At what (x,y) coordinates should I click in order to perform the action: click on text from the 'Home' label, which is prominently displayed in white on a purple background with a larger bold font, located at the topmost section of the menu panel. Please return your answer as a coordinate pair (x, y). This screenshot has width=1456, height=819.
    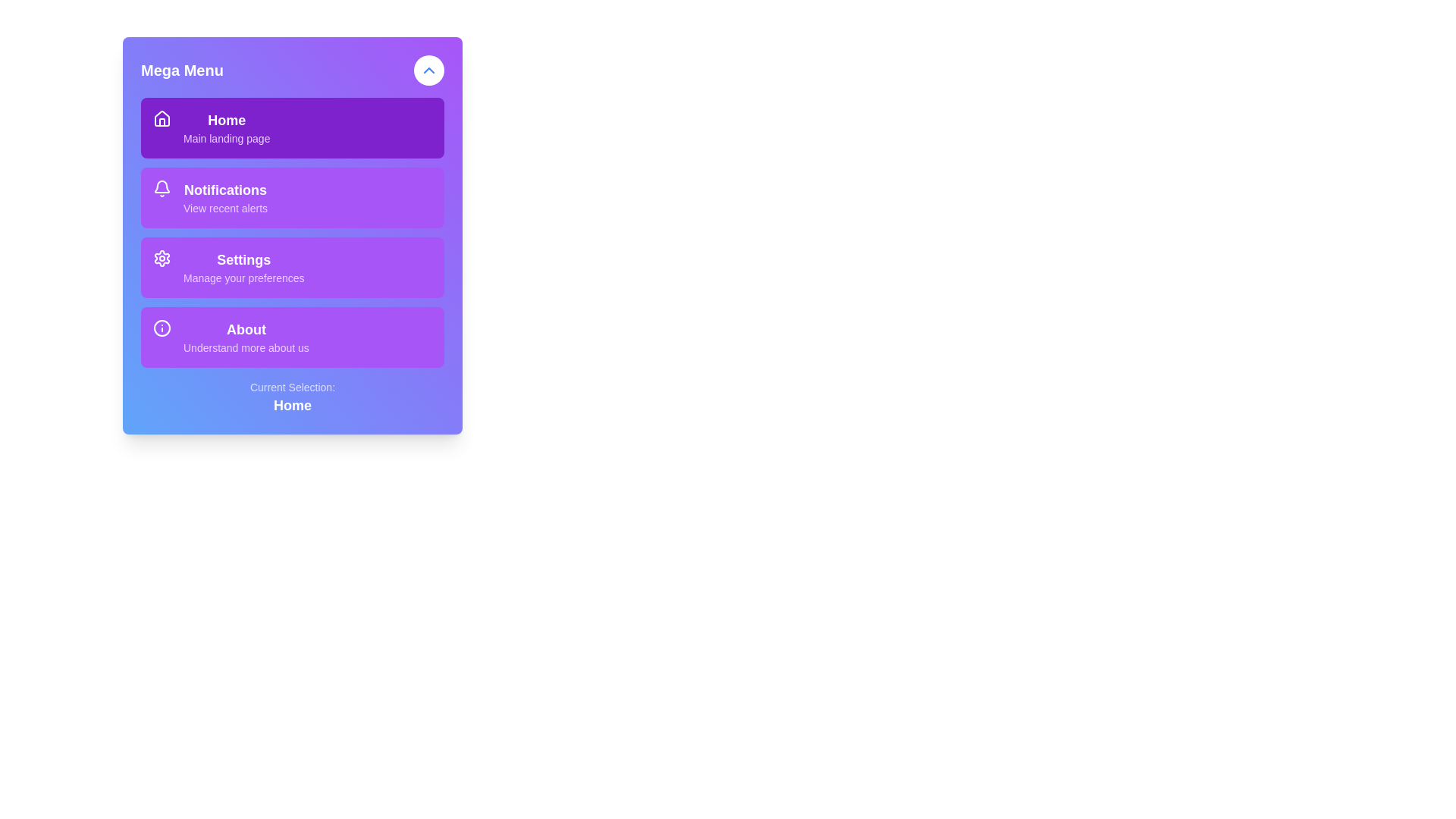
    Looking at the image, I should click on (226, 119).